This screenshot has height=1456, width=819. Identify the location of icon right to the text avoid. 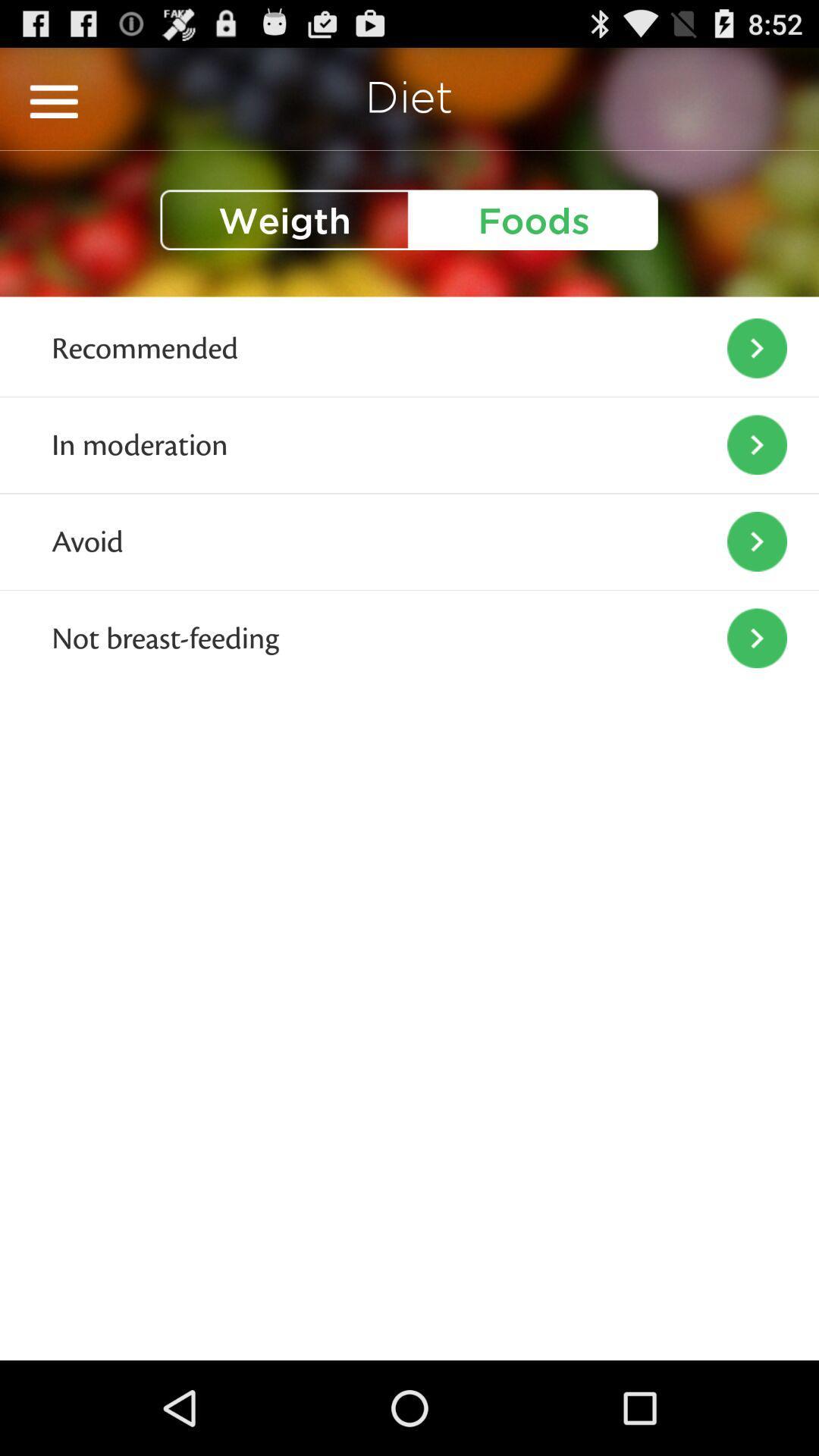
(757, 541).